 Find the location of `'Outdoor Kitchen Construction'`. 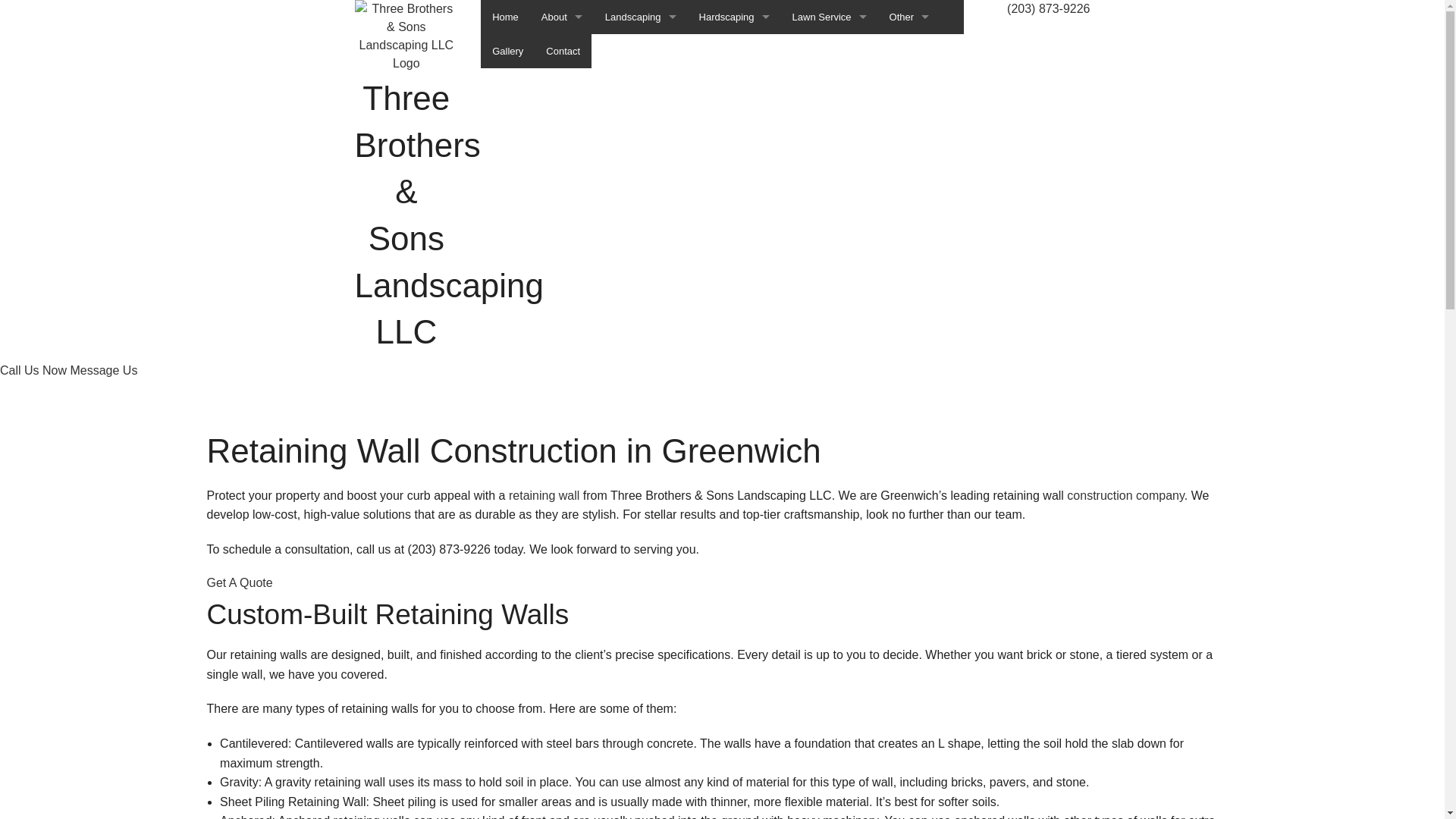

'Outdoor Kitchen Construction' is located at coordinates (687, 85).